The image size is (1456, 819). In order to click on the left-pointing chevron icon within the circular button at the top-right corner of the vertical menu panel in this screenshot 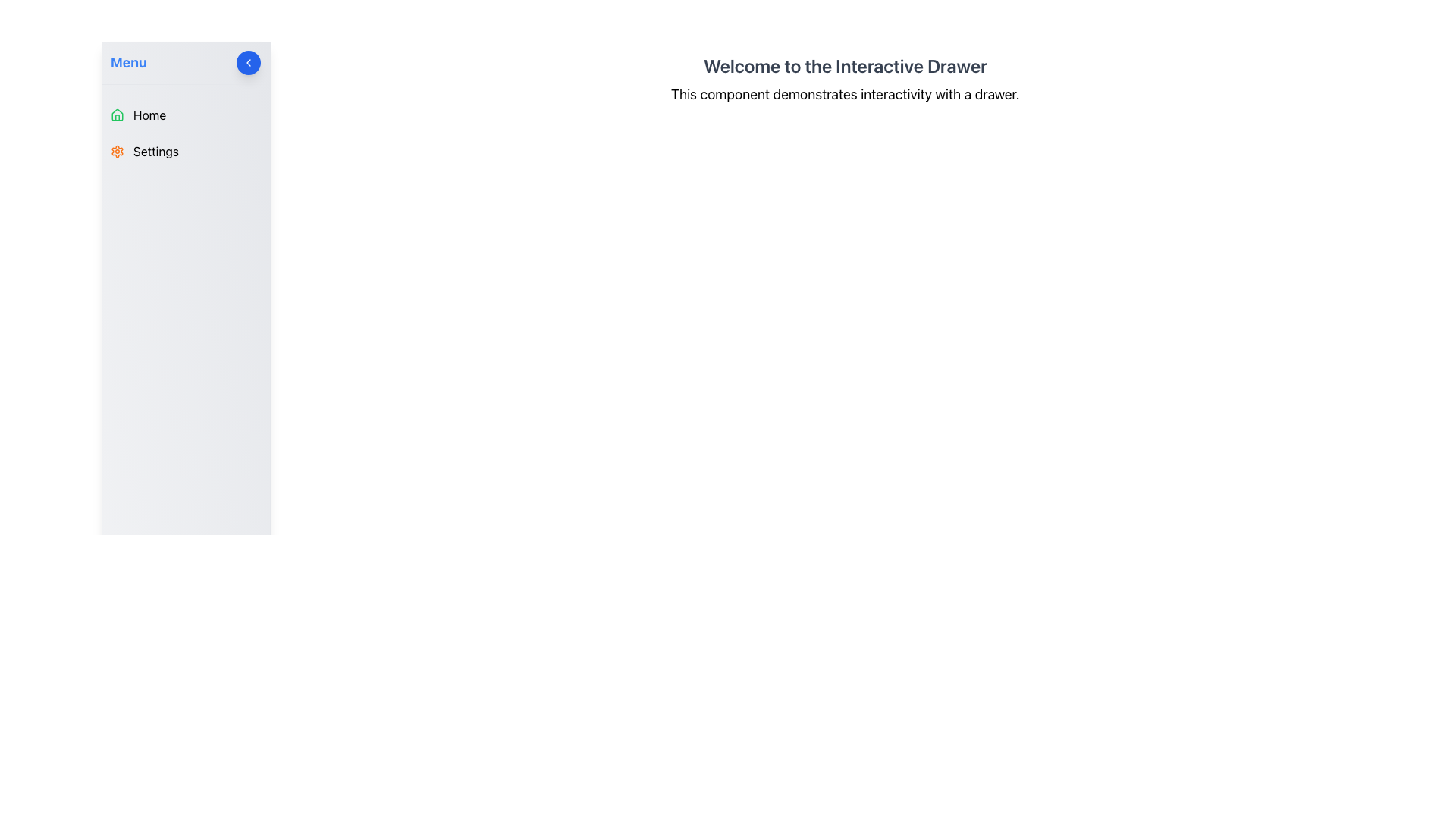, I will do `click(248, 62)`.